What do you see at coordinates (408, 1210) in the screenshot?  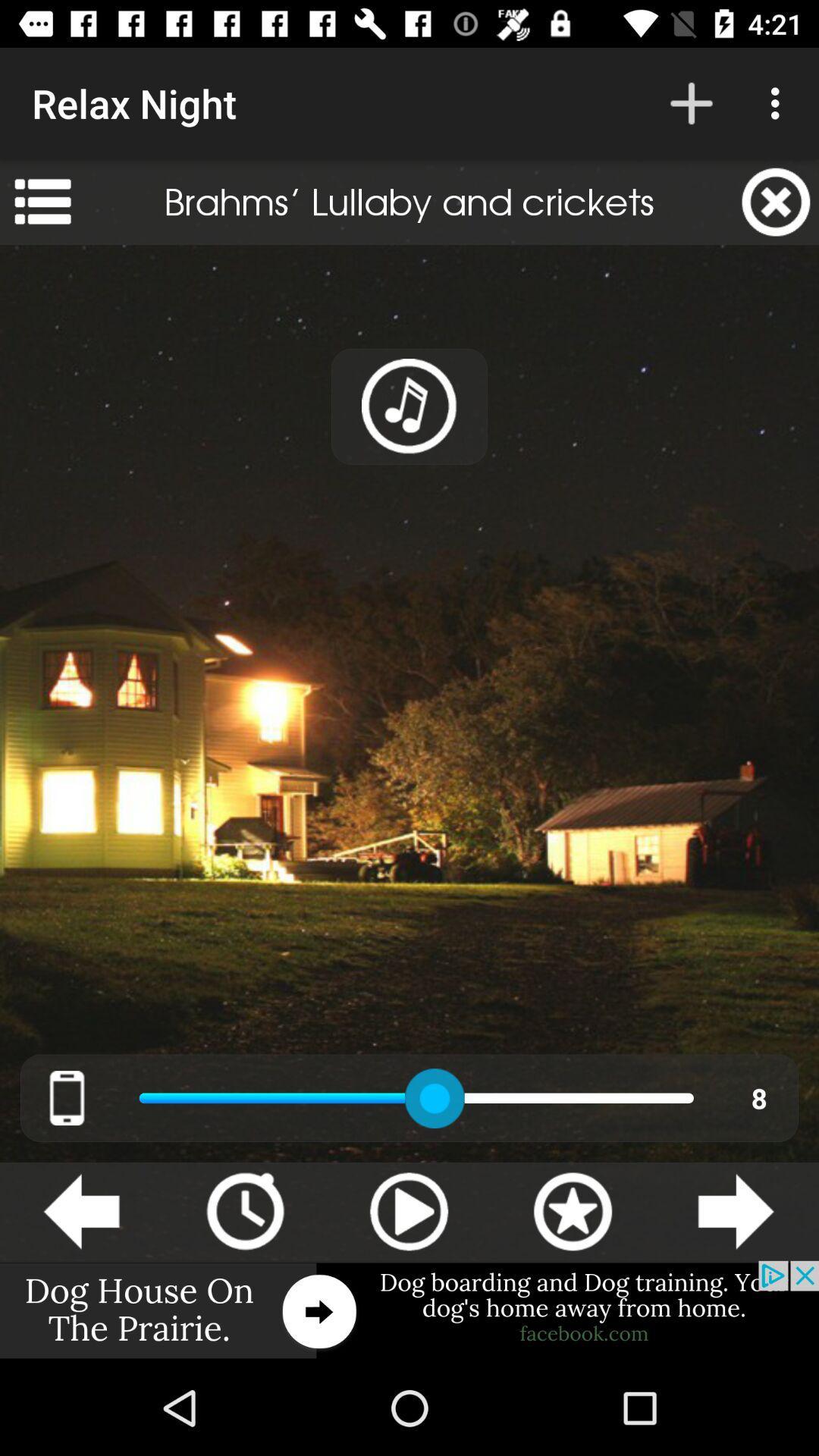 I see `the play icon` at bounding box center [408, 1210].